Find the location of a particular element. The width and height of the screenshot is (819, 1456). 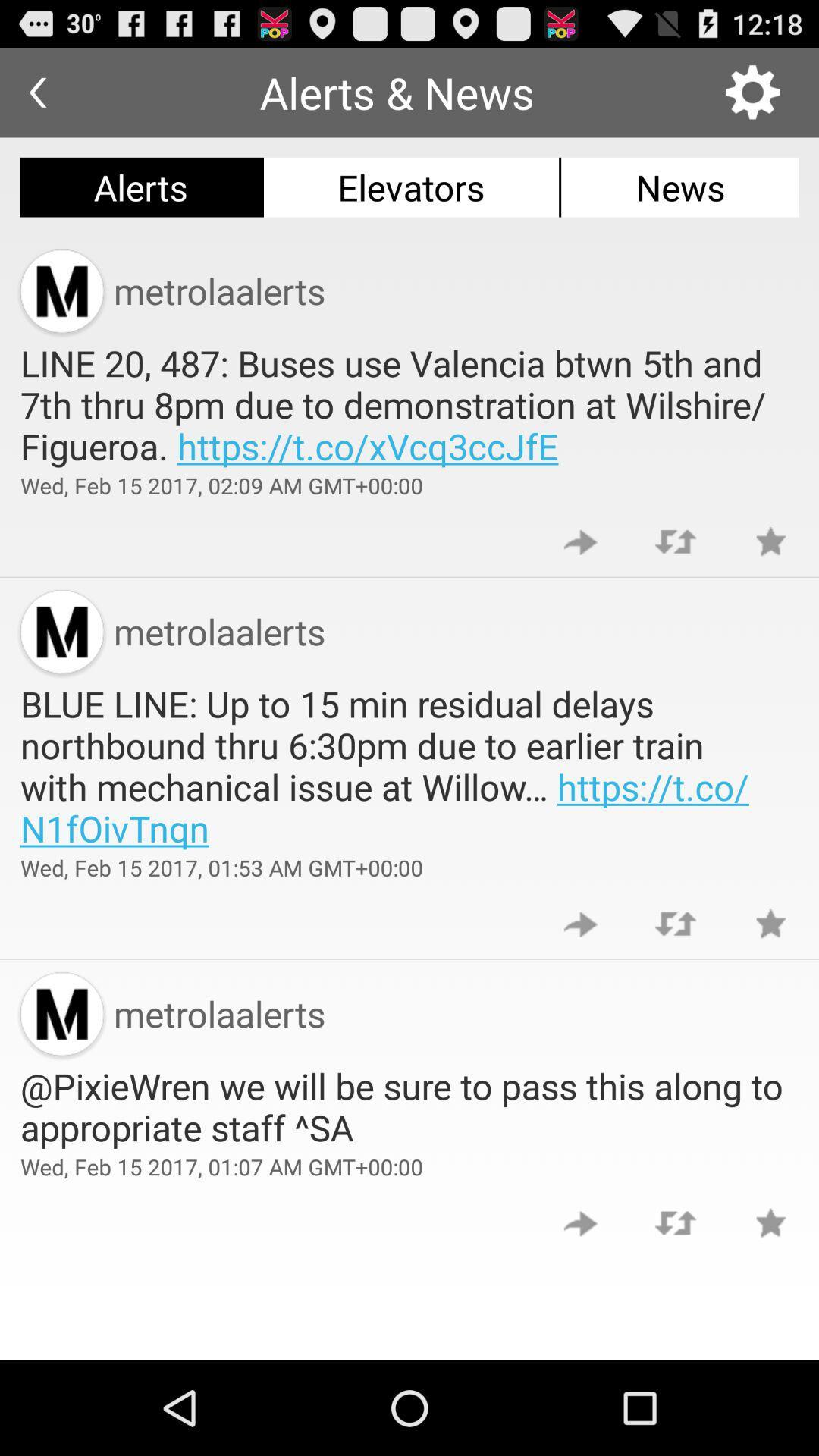

the icon to the left of alerts & news icon is located at coordinates (36, 92).